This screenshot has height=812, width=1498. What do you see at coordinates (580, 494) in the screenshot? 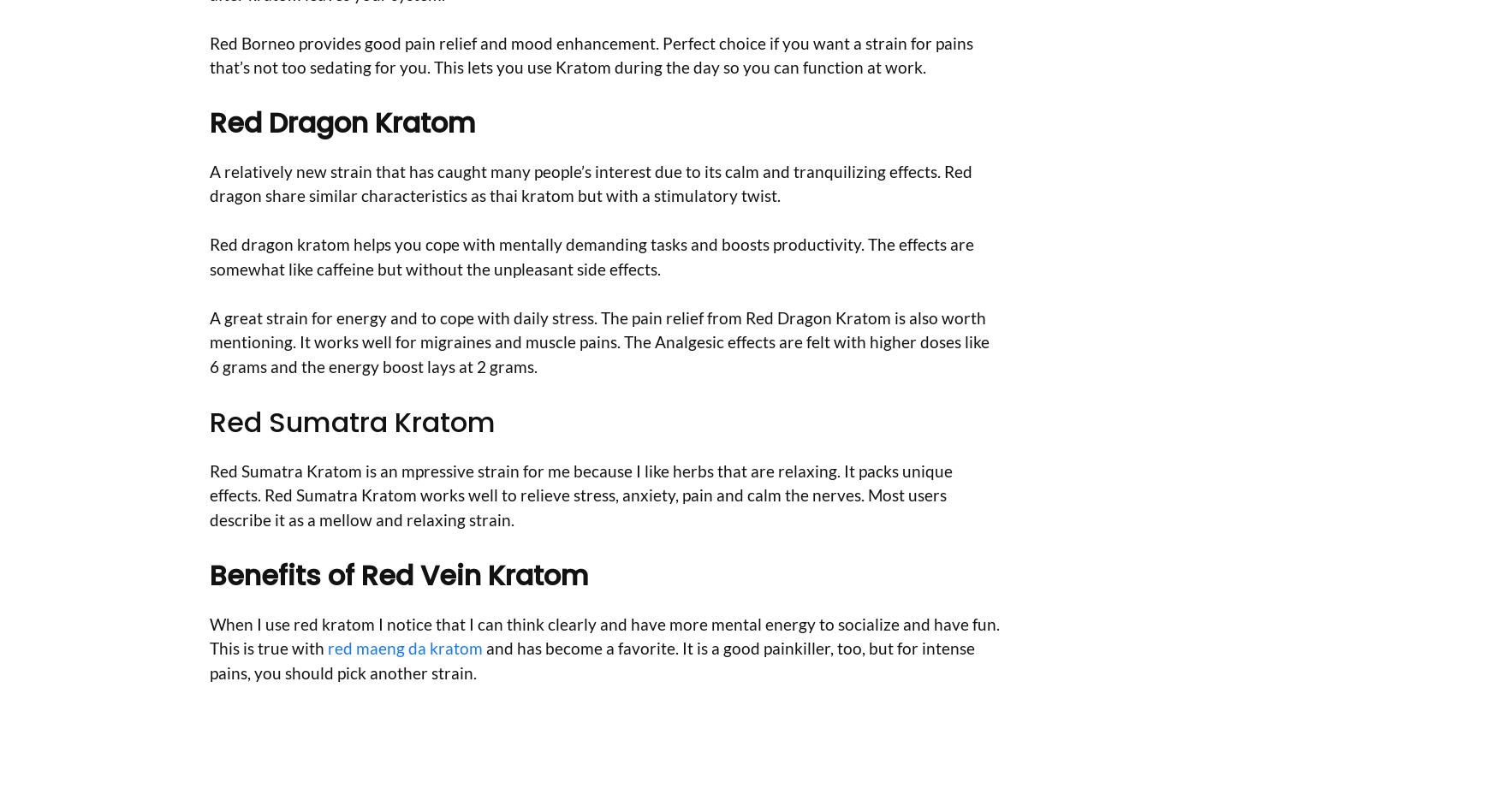
I see `'Red Sumatra Kratom is an mpressive strain for me because I like herbs that are relaxing. It packs unique effects. Red Sumatra Kratom works well to relieve stress, anxiety, pain and calm the nerves. Most users describe it as a mellow and relaxing strain.'` at bounding box center [580, 494].